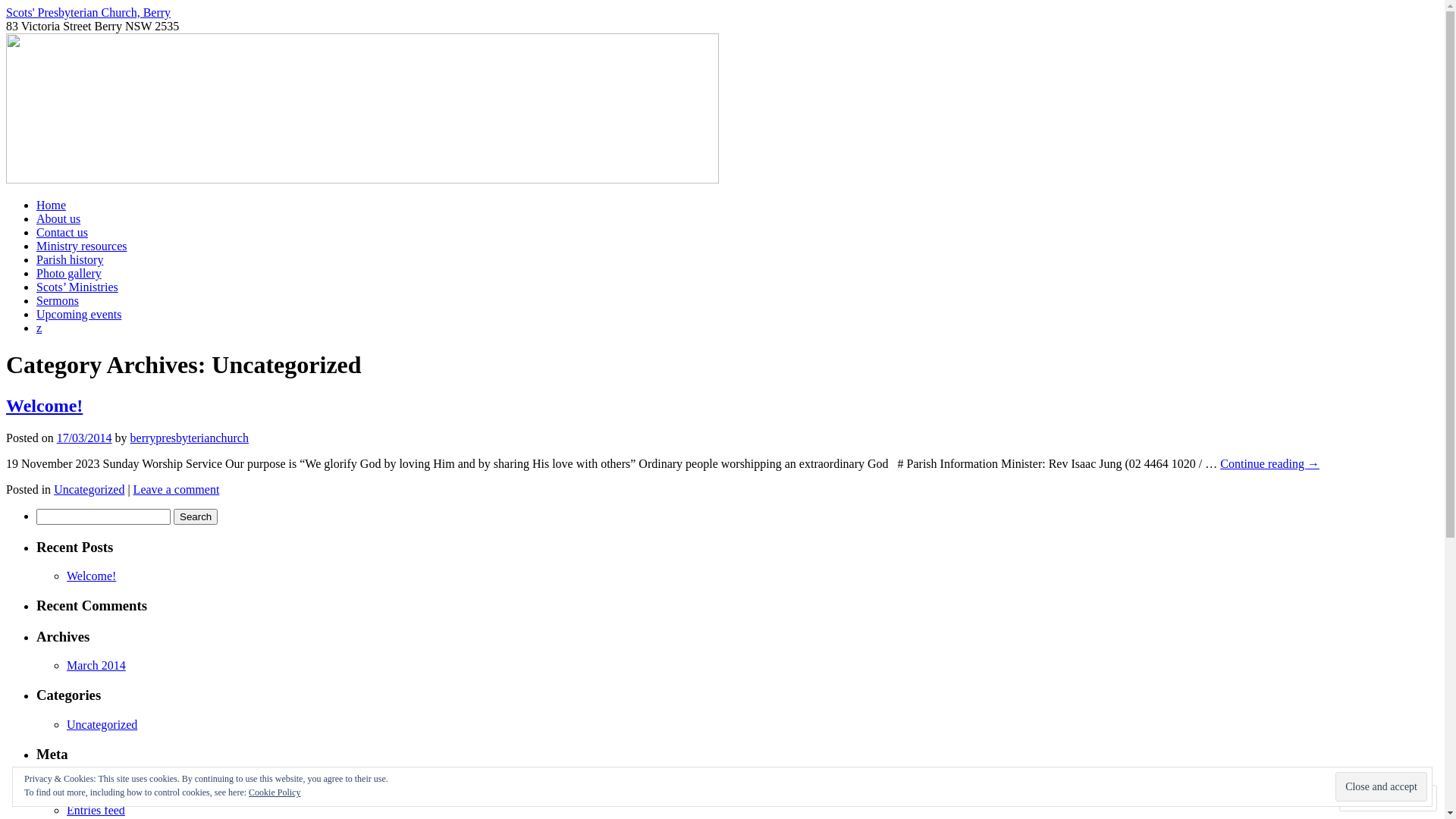  Describe the element at coordinates (65, 783) in the screenshot. I see `'Register'` at that location.